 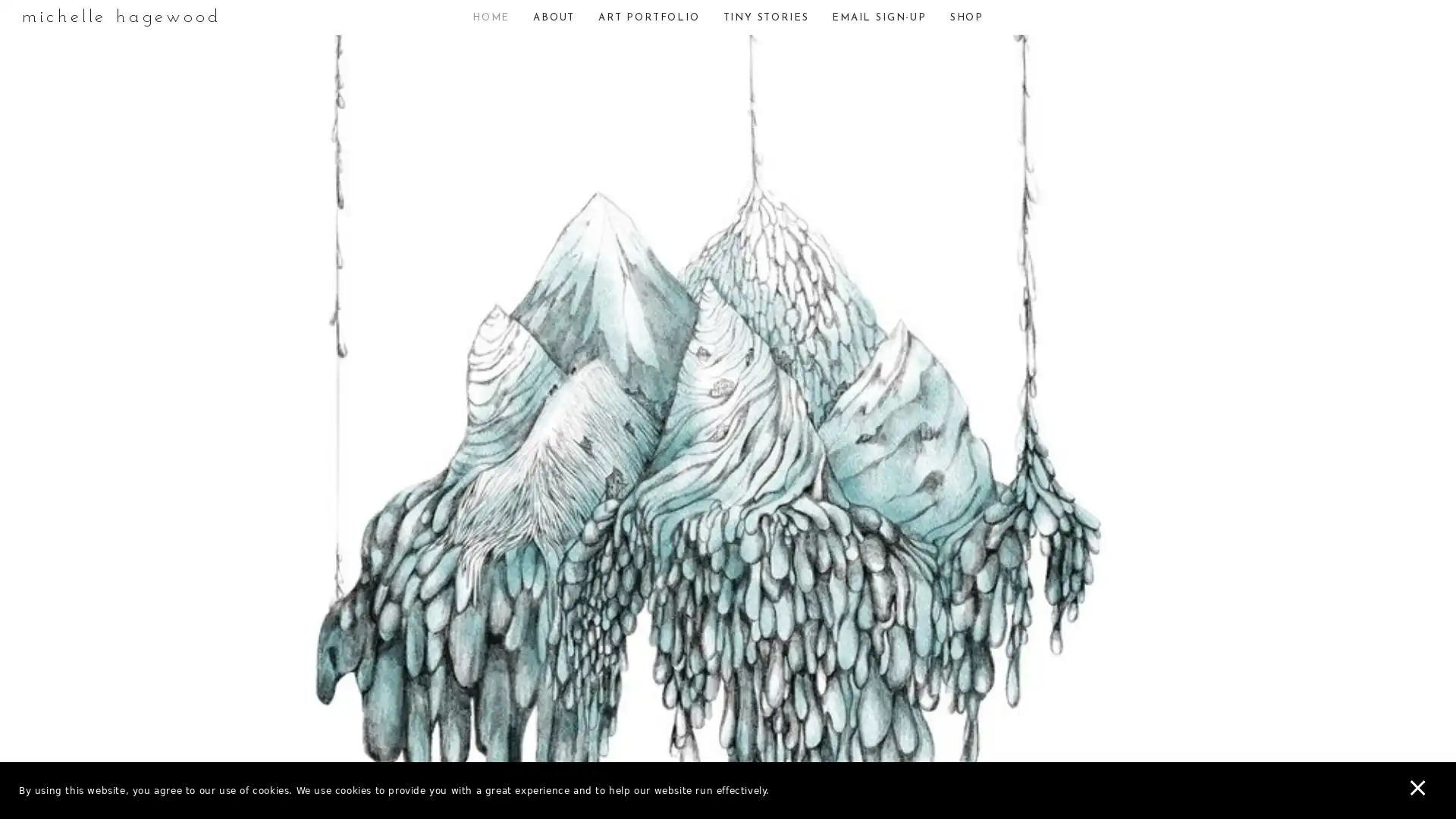 I want to click on Close, so click(x=945, y=249).